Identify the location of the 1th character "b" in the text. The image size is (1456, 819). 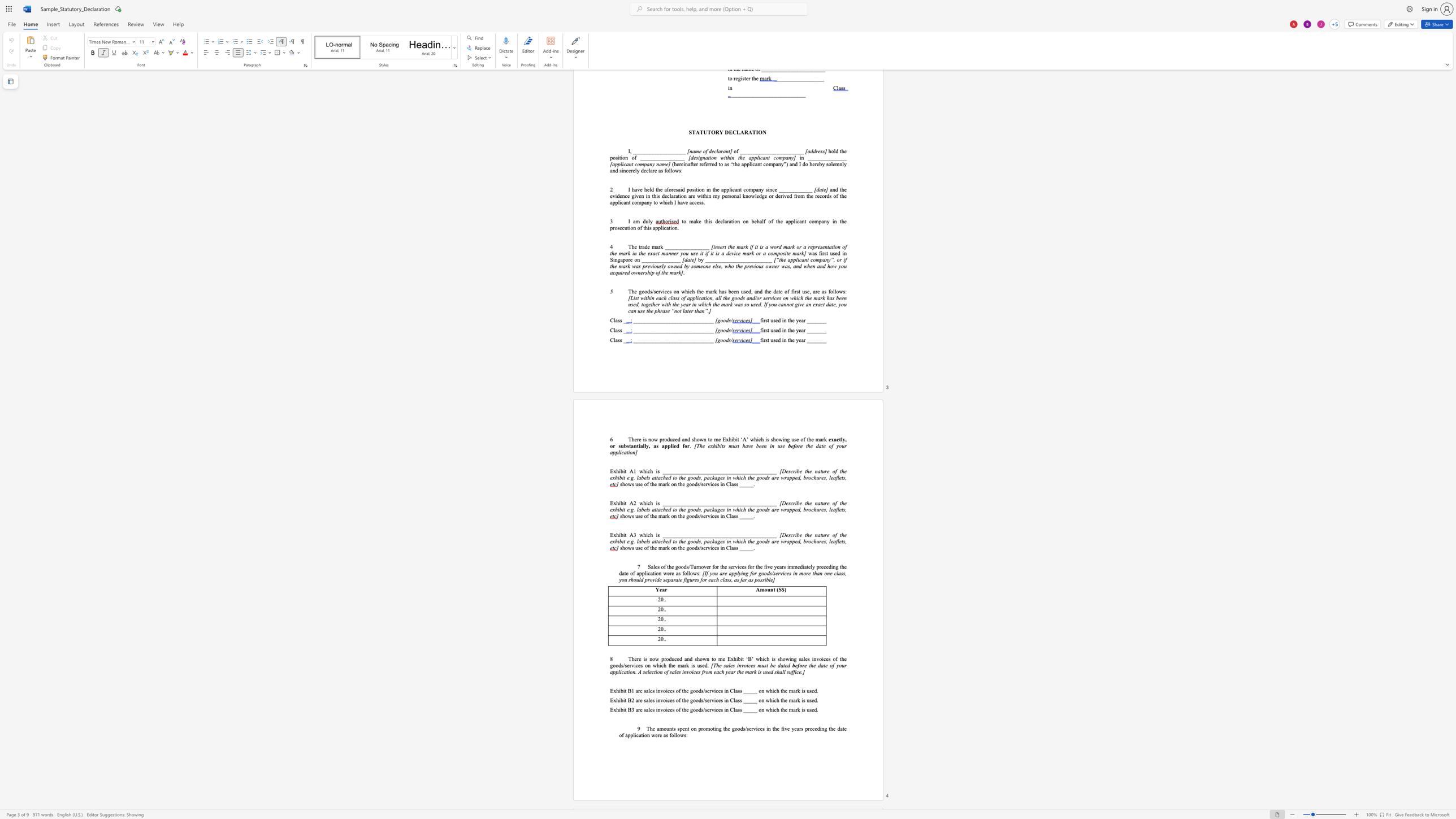
(642, 540).